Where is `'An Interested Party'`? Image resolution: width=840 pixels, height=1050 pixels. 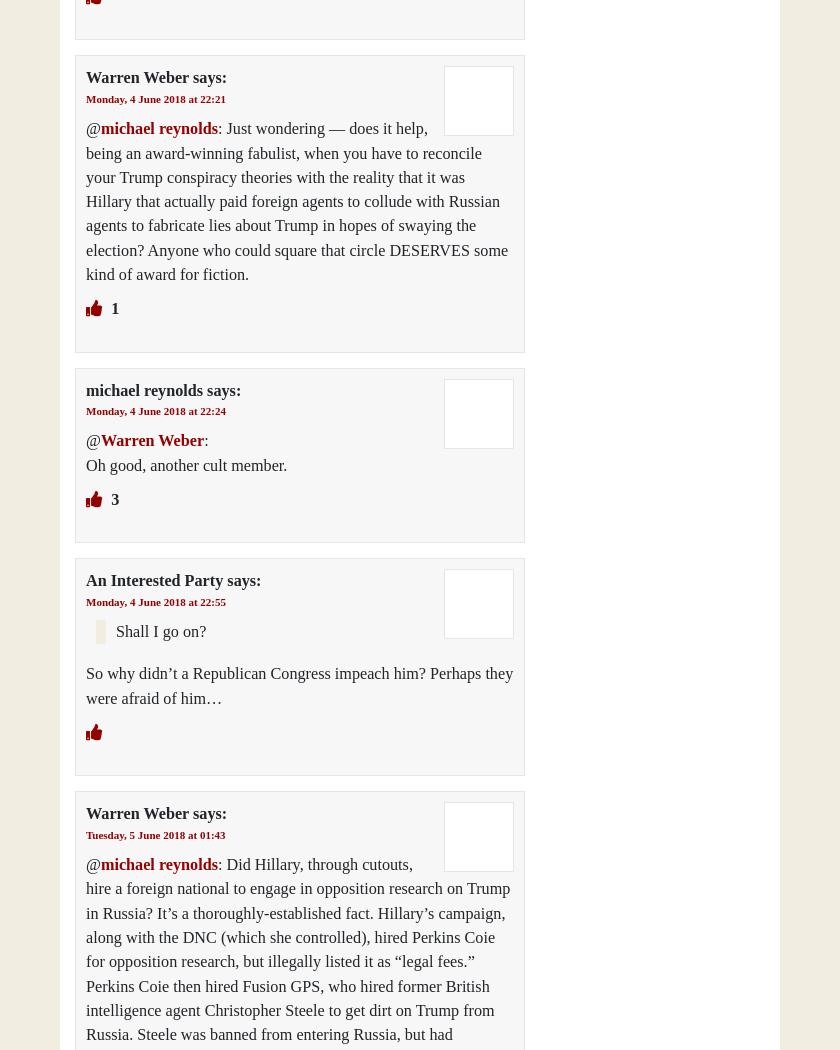 'An Interested Party' is located at coordinates (154, 579).